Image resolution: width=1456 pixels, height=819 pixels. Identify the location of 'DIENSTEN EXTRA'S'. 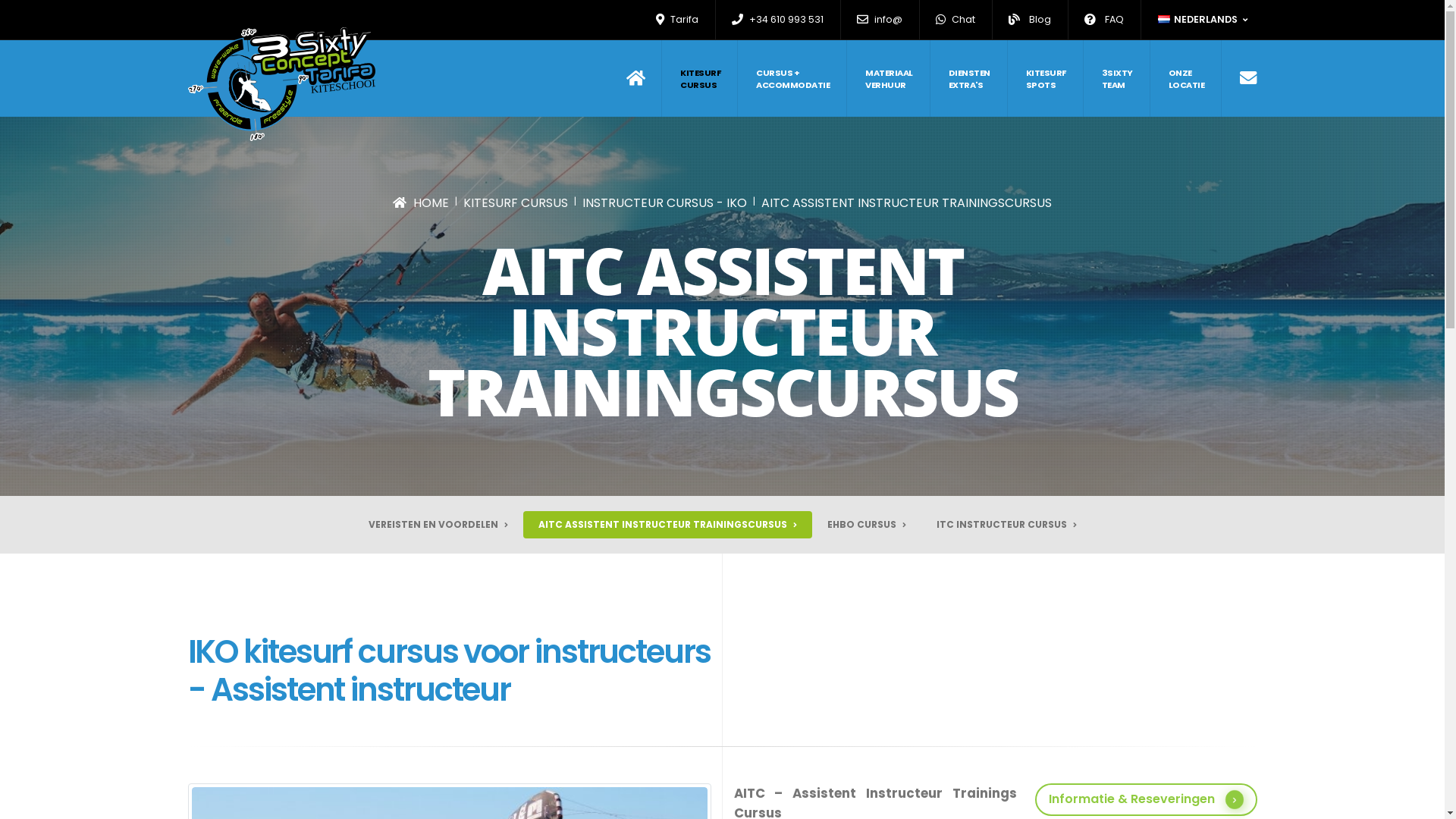
(968, 78).